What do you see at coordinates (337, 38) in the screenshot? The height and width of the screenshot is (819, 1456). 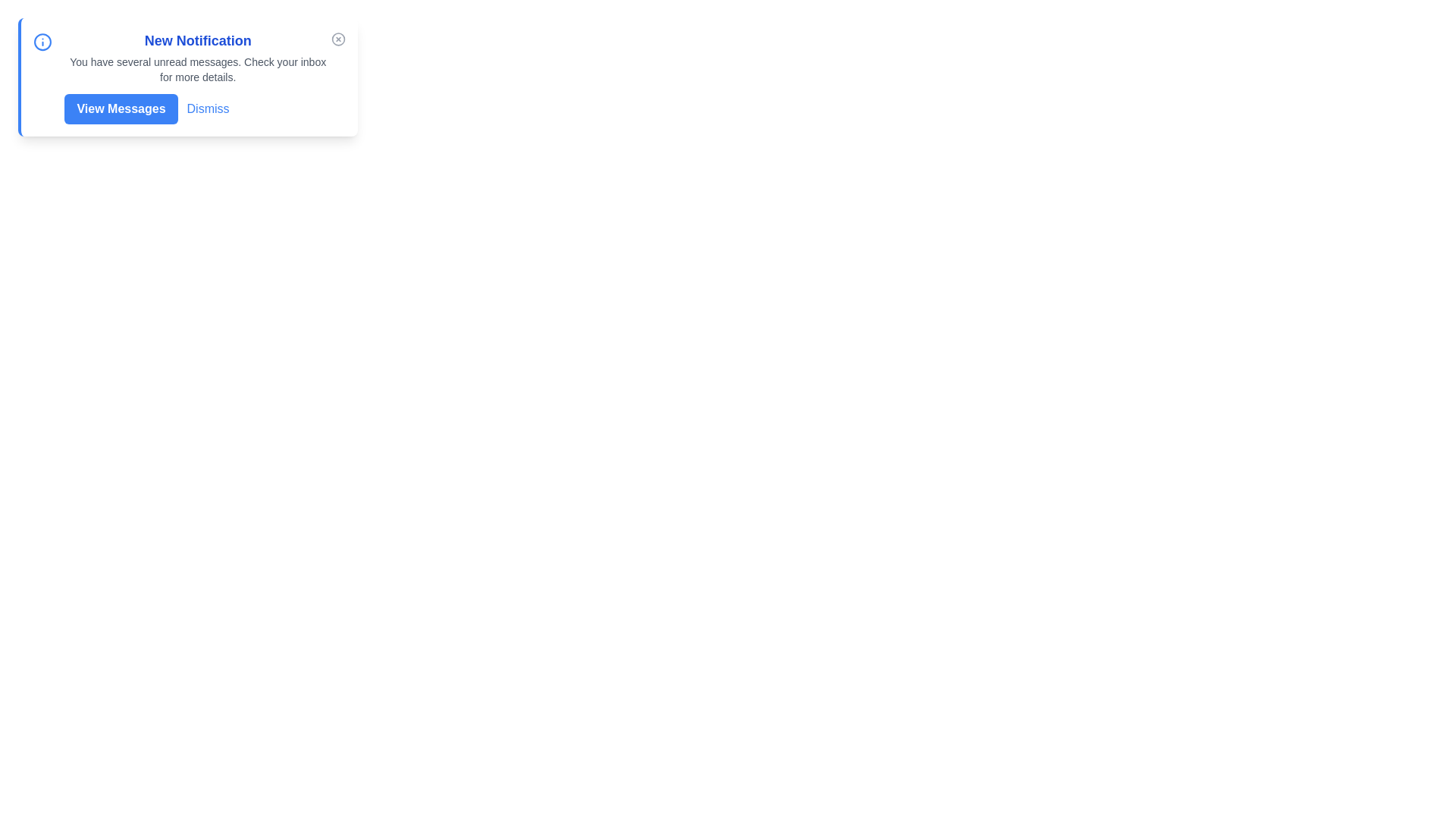 I see `the 'X' icon button enclosed in a hollow circle located at the top-right corner of the 'New Notification' card to observe the visual effect` at bounding box center [337, 38].